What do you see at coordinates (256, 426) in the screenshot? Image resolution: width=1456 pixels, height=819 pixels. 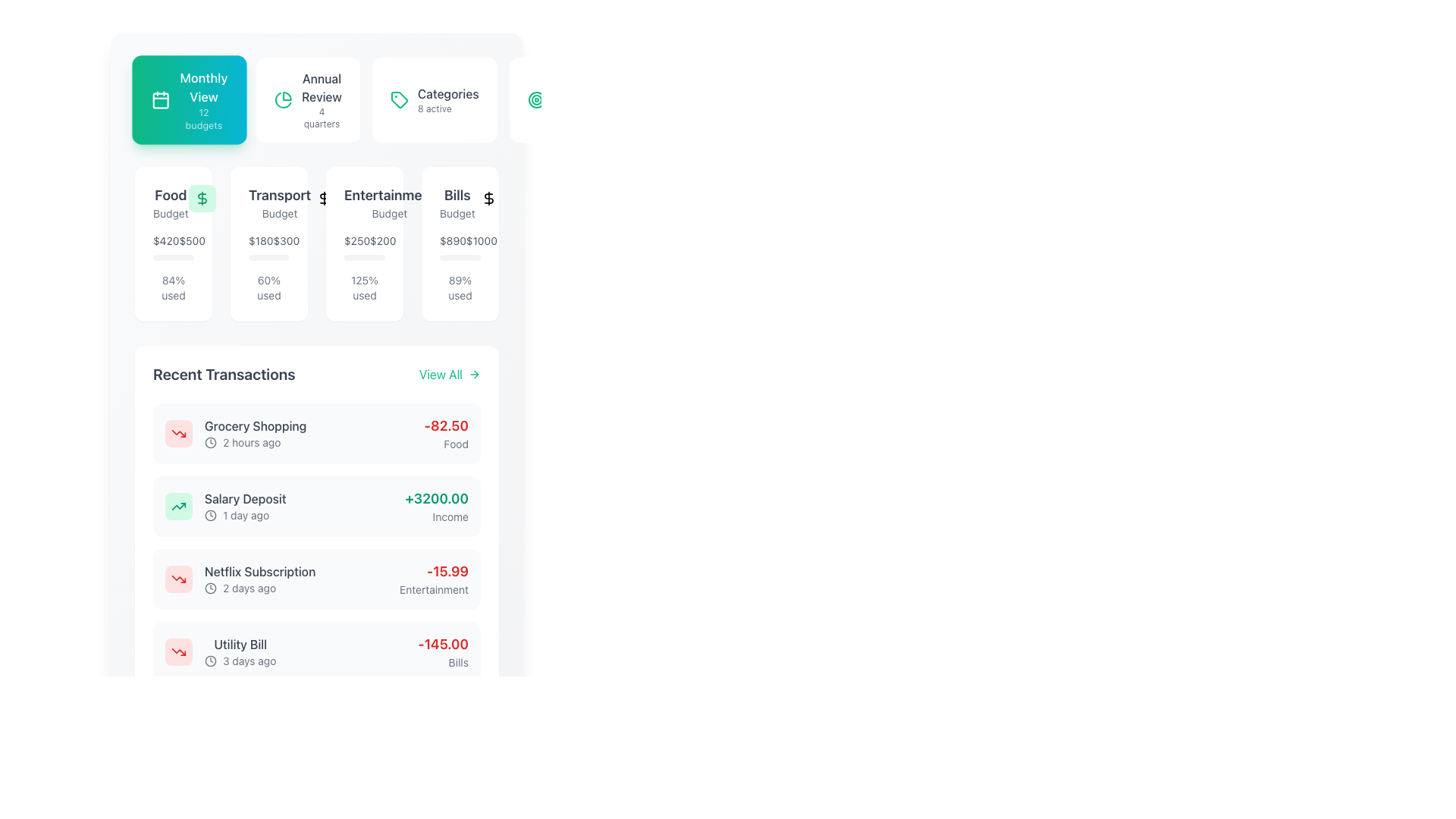 I see `Text label that describes the nature of the expense or activity in the recent transactions list, located above the '2 hours ago' label` at bounding box center [256, 426].